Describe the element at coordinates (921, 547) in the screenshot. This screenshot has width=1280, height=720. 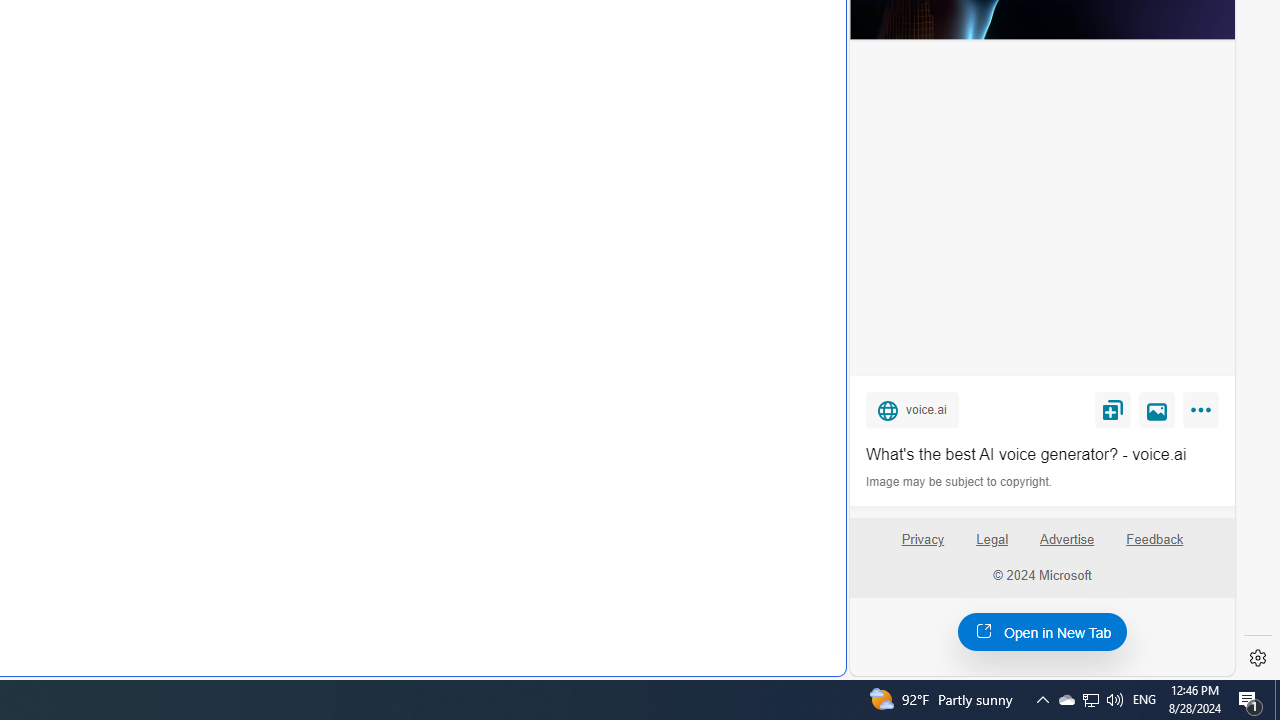
I see `'Privacy'` at that location.